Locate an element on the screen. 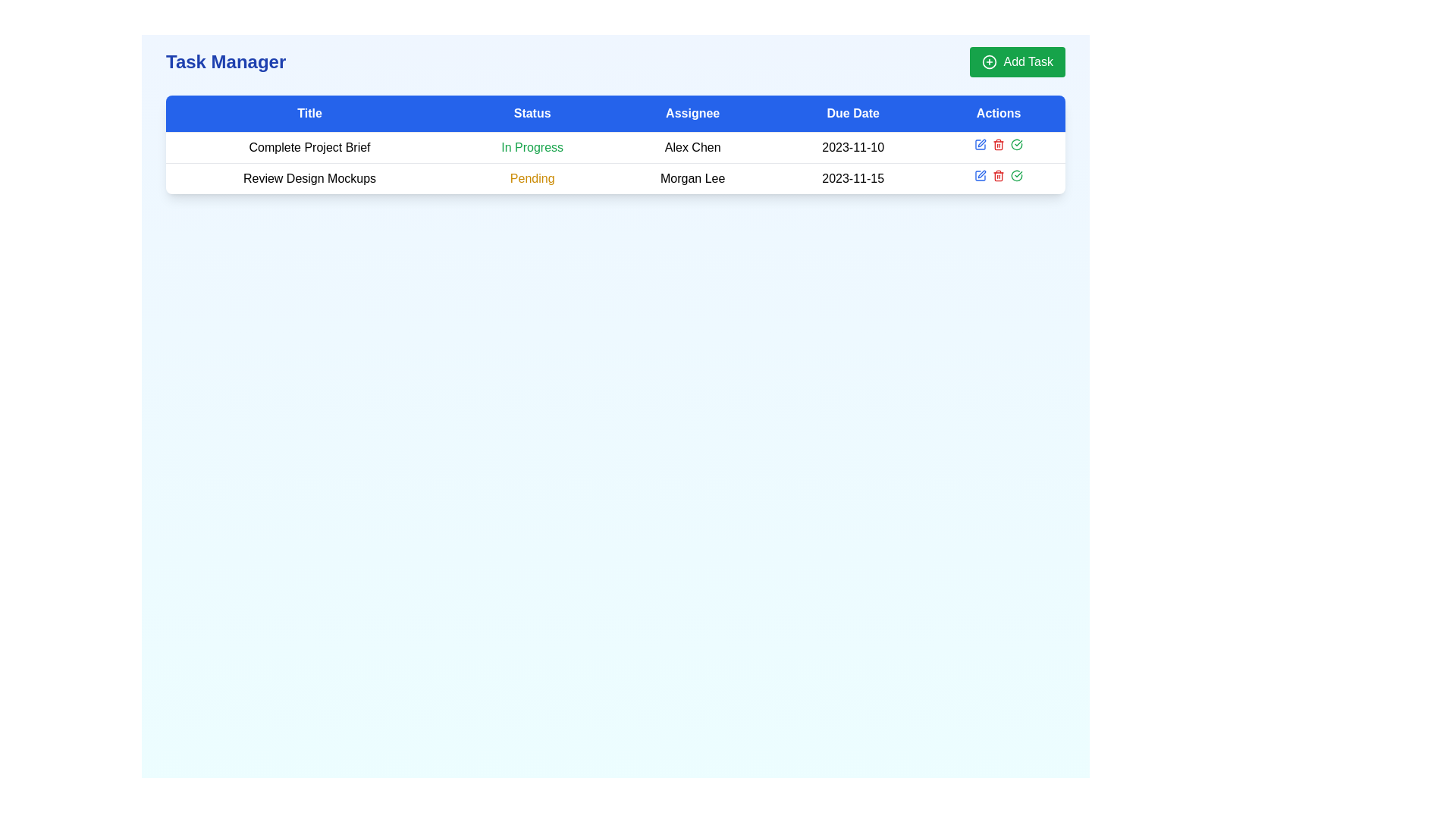  the text label indicating the assignee for the associated task in the task management interface, located in the third column of the first row under the 'Assignee' header is located at coordinates (692, 148).